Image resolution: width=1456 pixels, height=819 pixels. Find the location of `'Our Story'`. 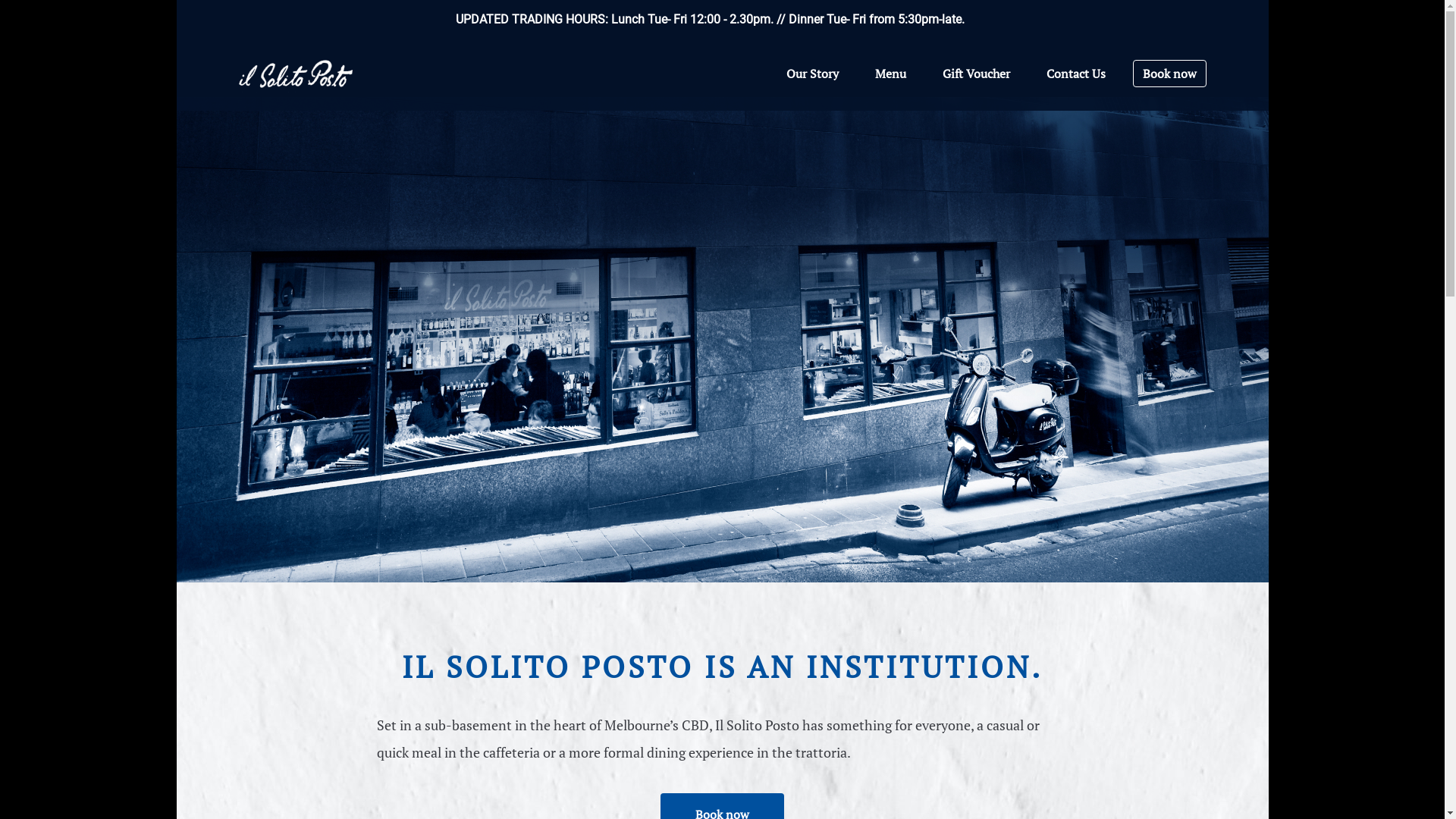

'Our Story' is located at coordinates (811, 73).